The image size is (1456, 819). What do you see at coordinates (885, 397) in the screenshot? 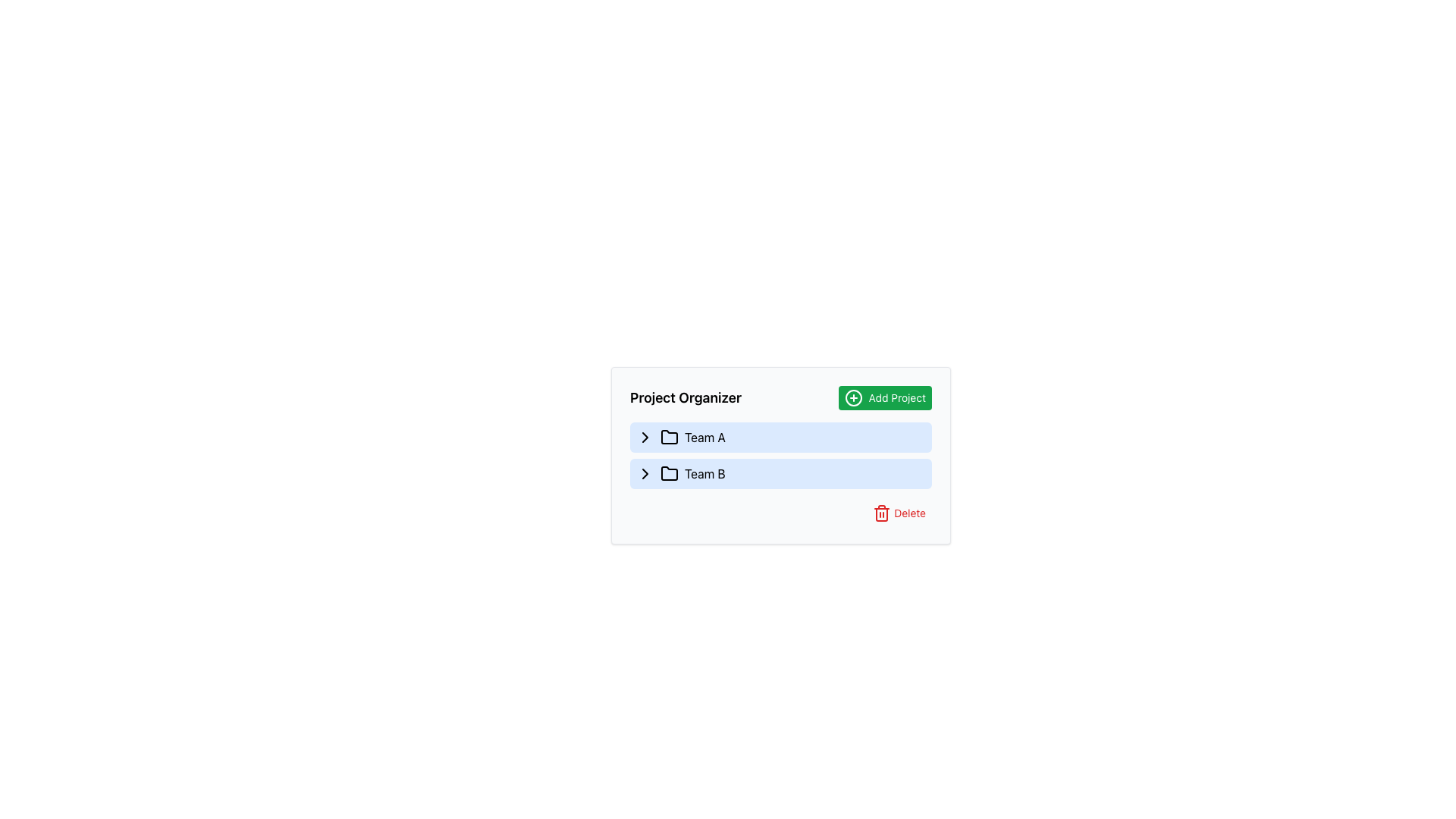
I see `the button located at the top-right corner of the 'Project Organizer' interface` at bounding box center [885, 397].